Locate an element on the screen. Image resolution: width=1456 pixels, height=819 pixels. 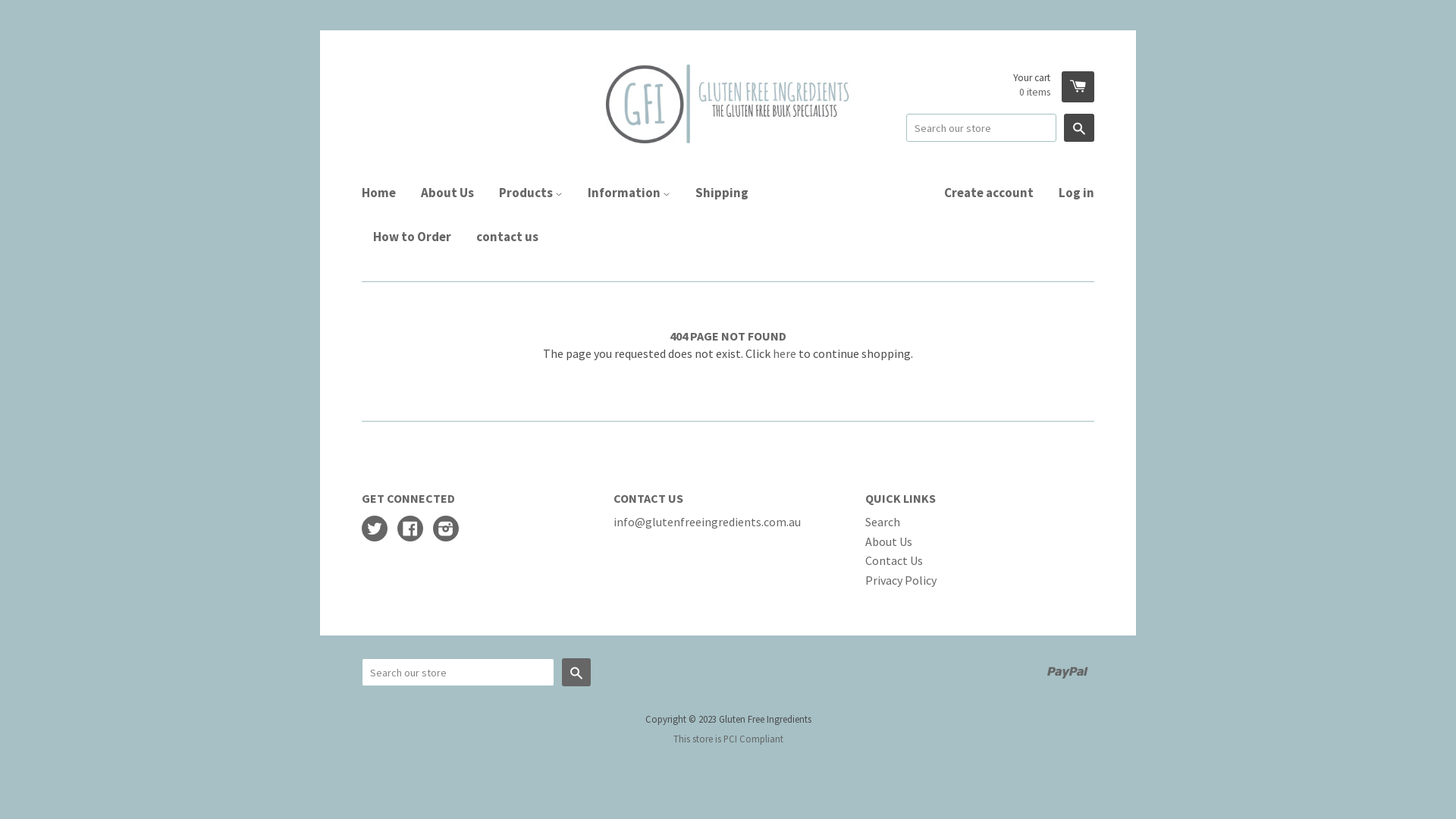
'Shipping' is located at coordinates (720, 192).